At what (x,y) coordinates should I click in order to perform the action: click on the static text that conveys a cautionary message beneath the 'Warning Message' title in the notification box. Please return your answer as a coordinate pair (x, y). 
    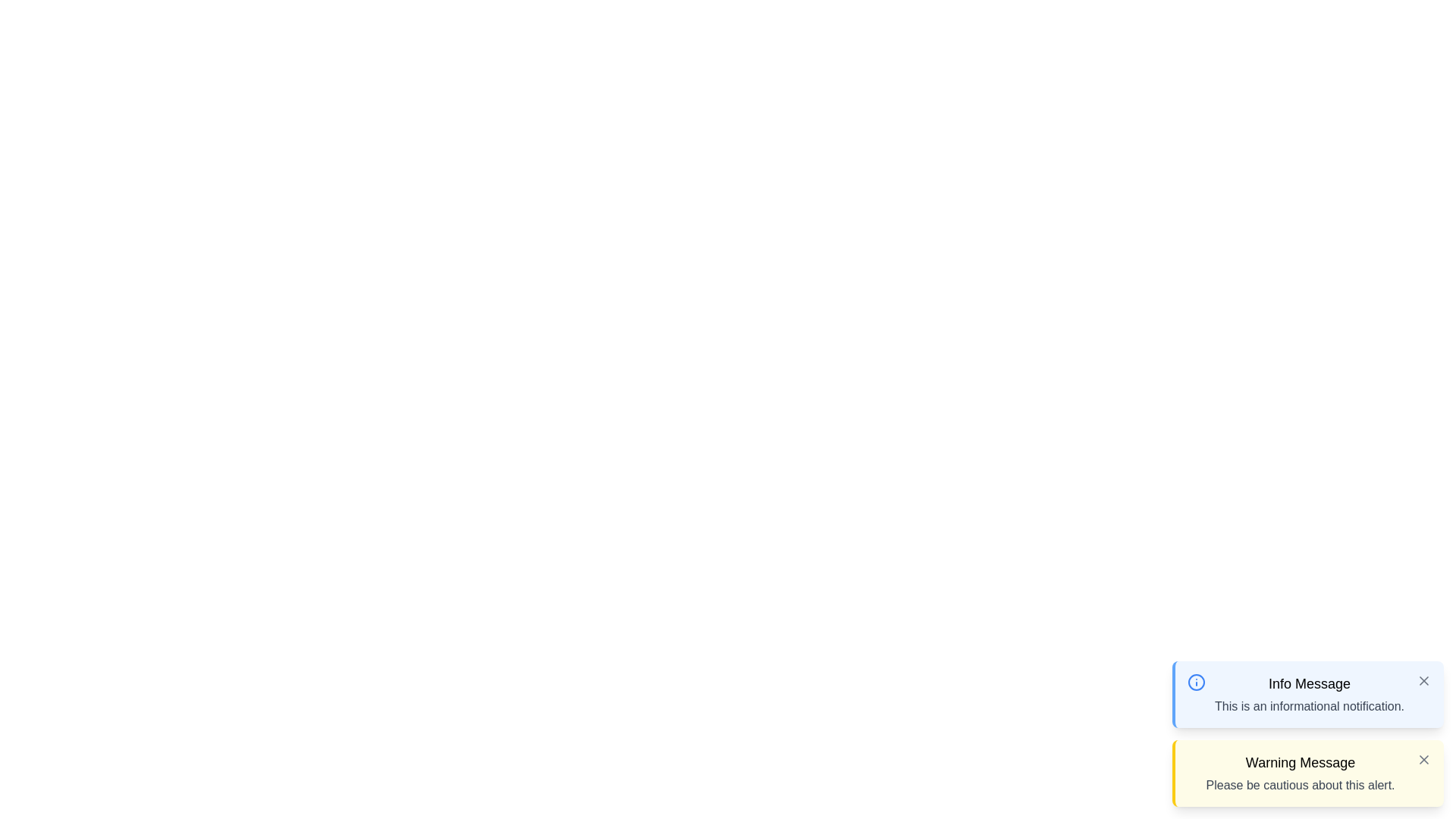
    Looking at the image, I should click on (1300, 785).